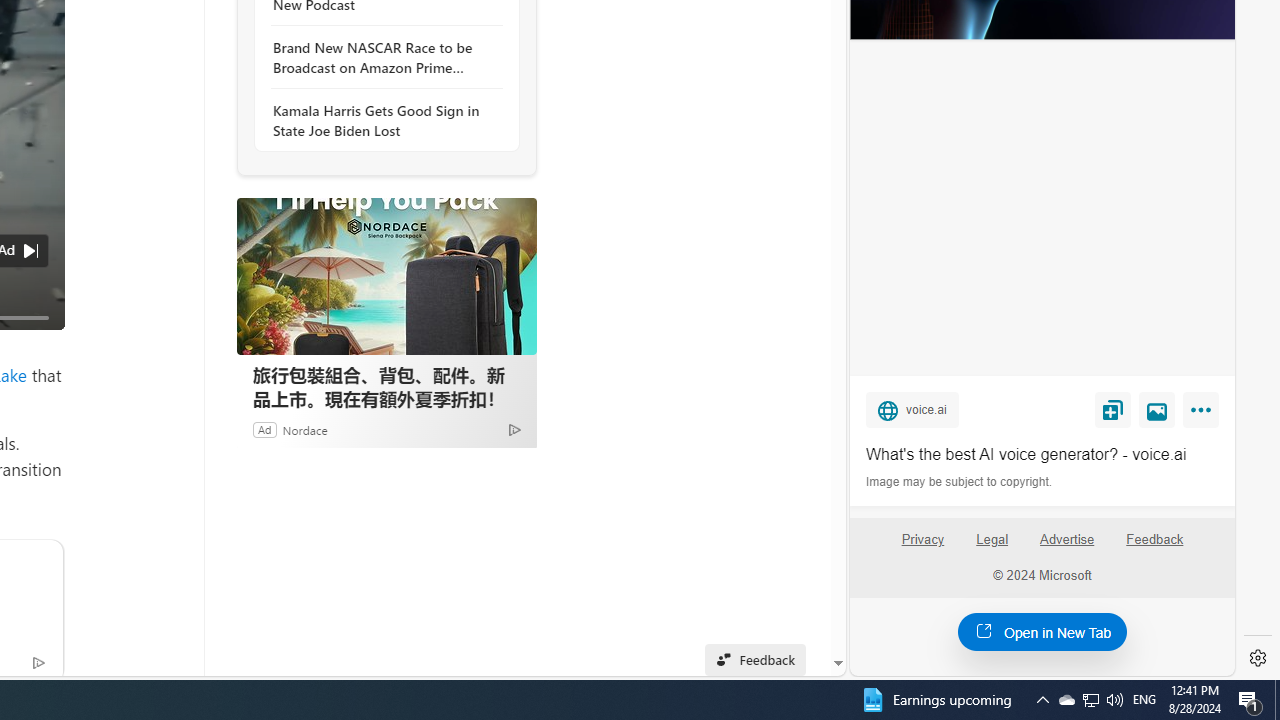  I want to click on 'Brand New NASCAR Race to be Broadcast on Amazon Prime Video', so click(381, 56).